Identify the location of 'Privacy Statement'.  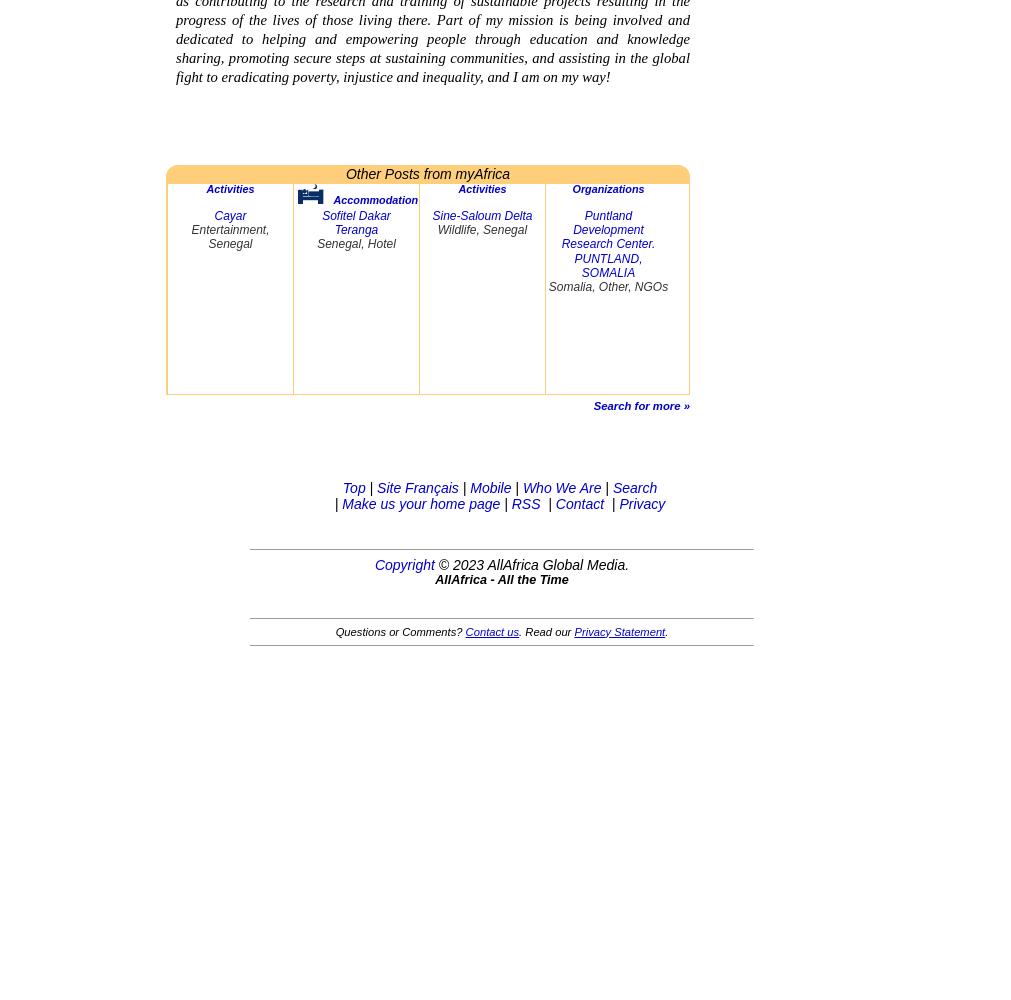
(619, 631).